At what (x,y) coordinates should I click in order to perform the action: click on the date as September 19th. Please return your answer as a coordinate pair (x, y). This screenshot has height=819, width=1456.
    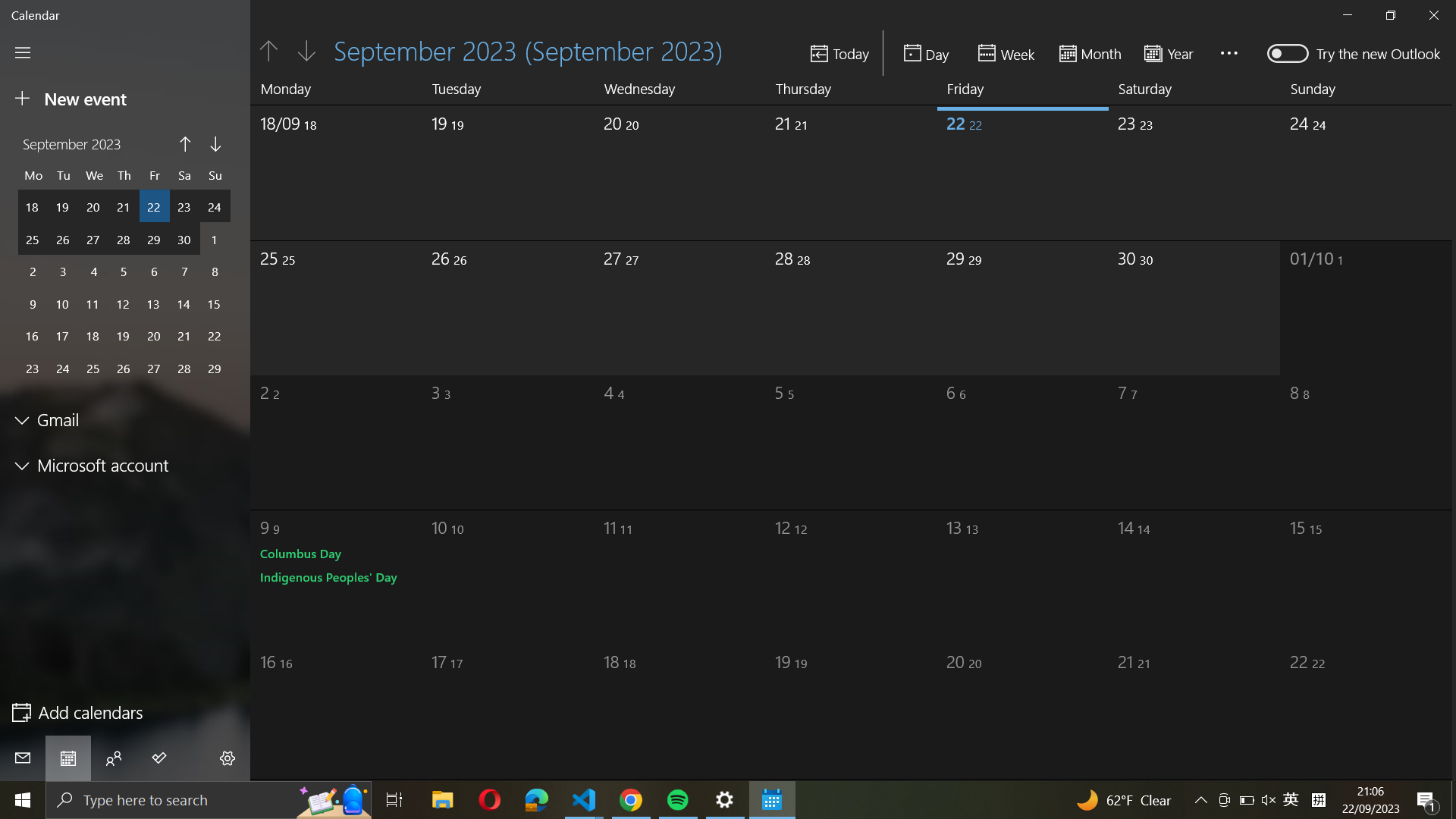
    Looking at the image, I should click on (475, 169).